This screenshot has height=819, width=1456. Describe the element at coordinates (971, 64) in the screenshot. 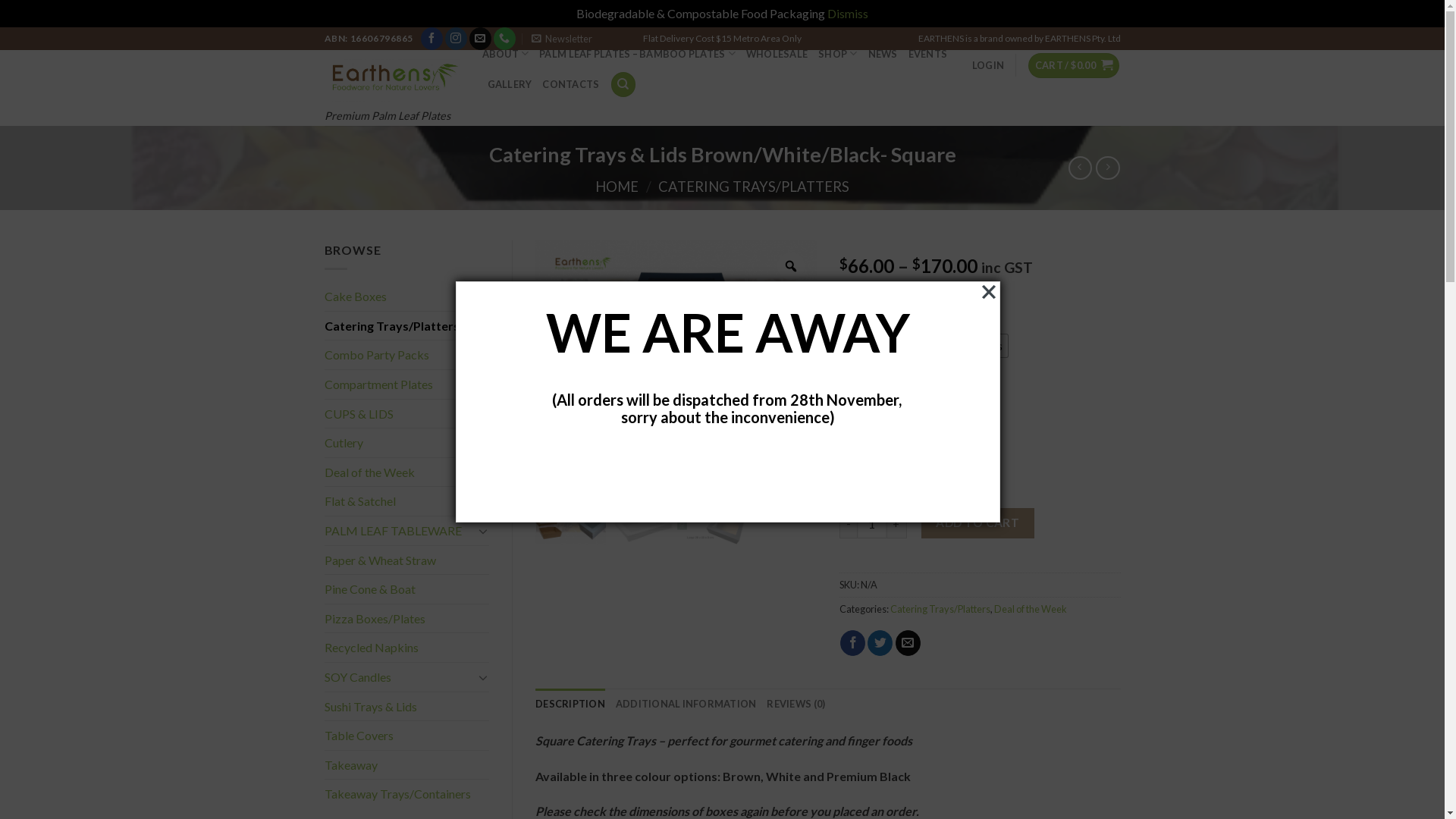

I see `'LOGIN'` at that location.